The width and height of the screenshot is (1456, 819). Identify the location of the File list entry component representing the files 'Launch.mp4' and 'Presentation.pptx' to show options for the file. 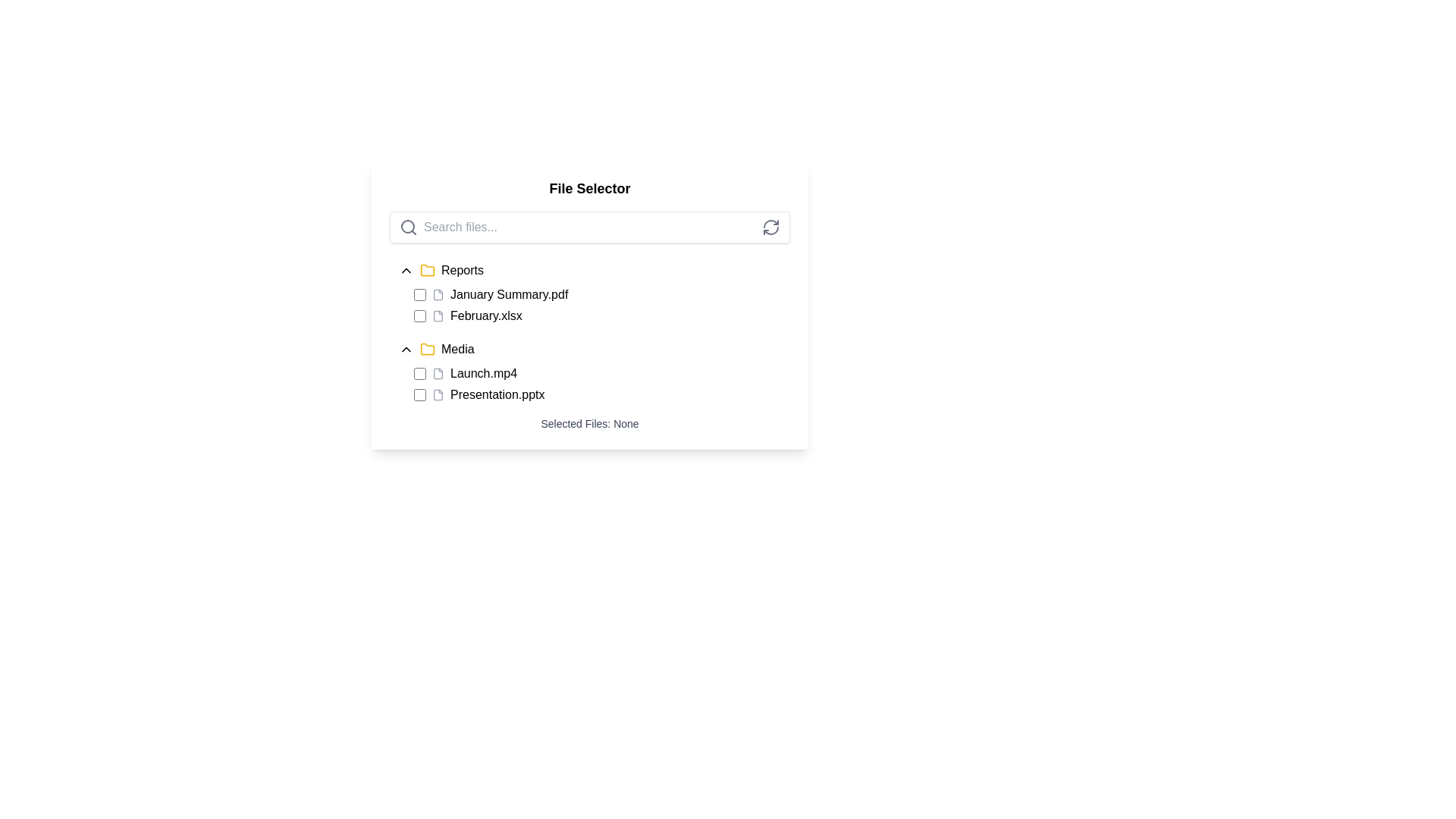
(588, 383).